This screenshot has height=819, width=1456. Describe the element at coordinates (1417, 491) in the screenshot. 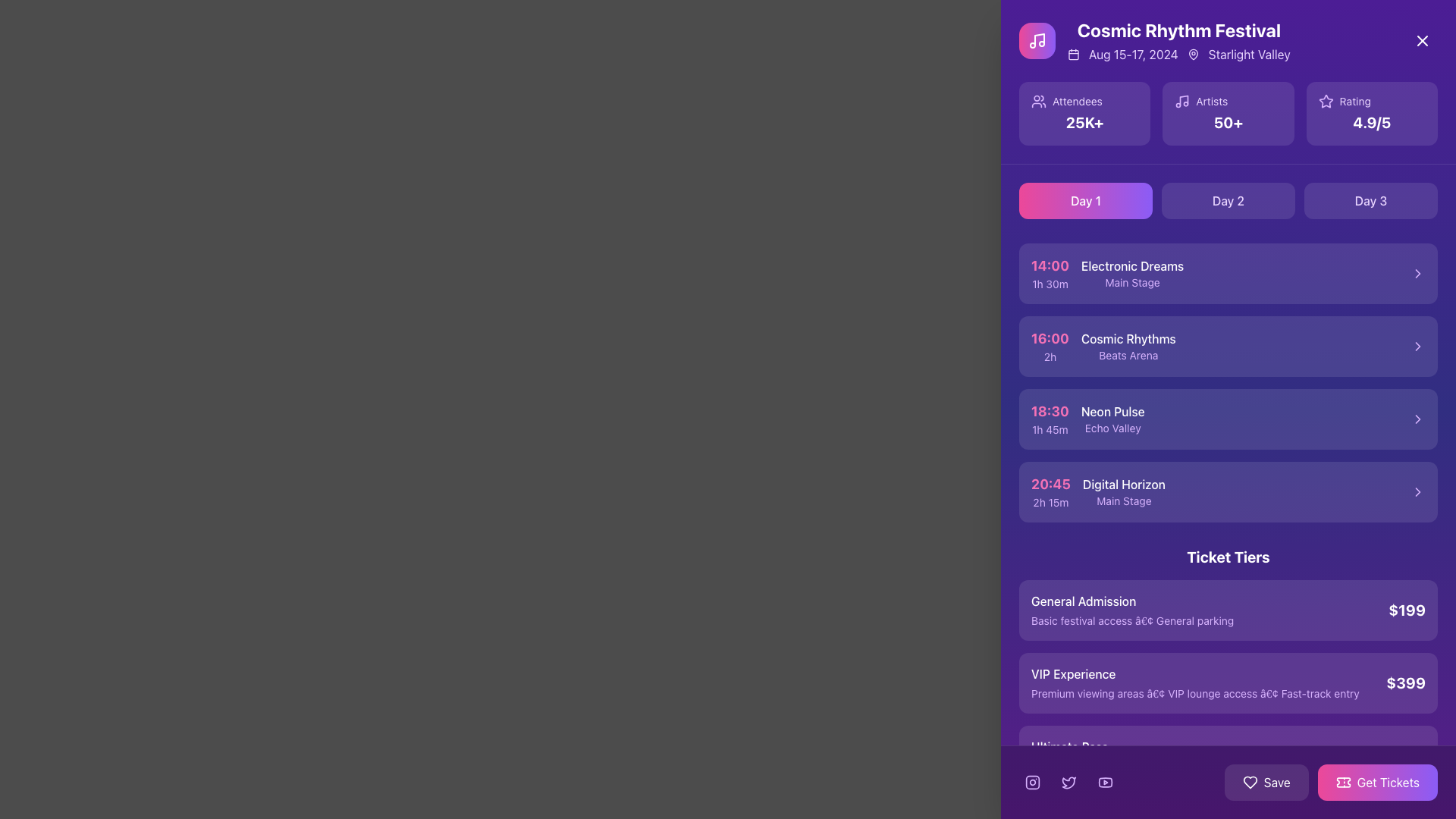

I see `the rightward-pointing chevron arrow icon with a purple outline, located to the right of the 'Digital Horizon' list entry in the events section` at that location.